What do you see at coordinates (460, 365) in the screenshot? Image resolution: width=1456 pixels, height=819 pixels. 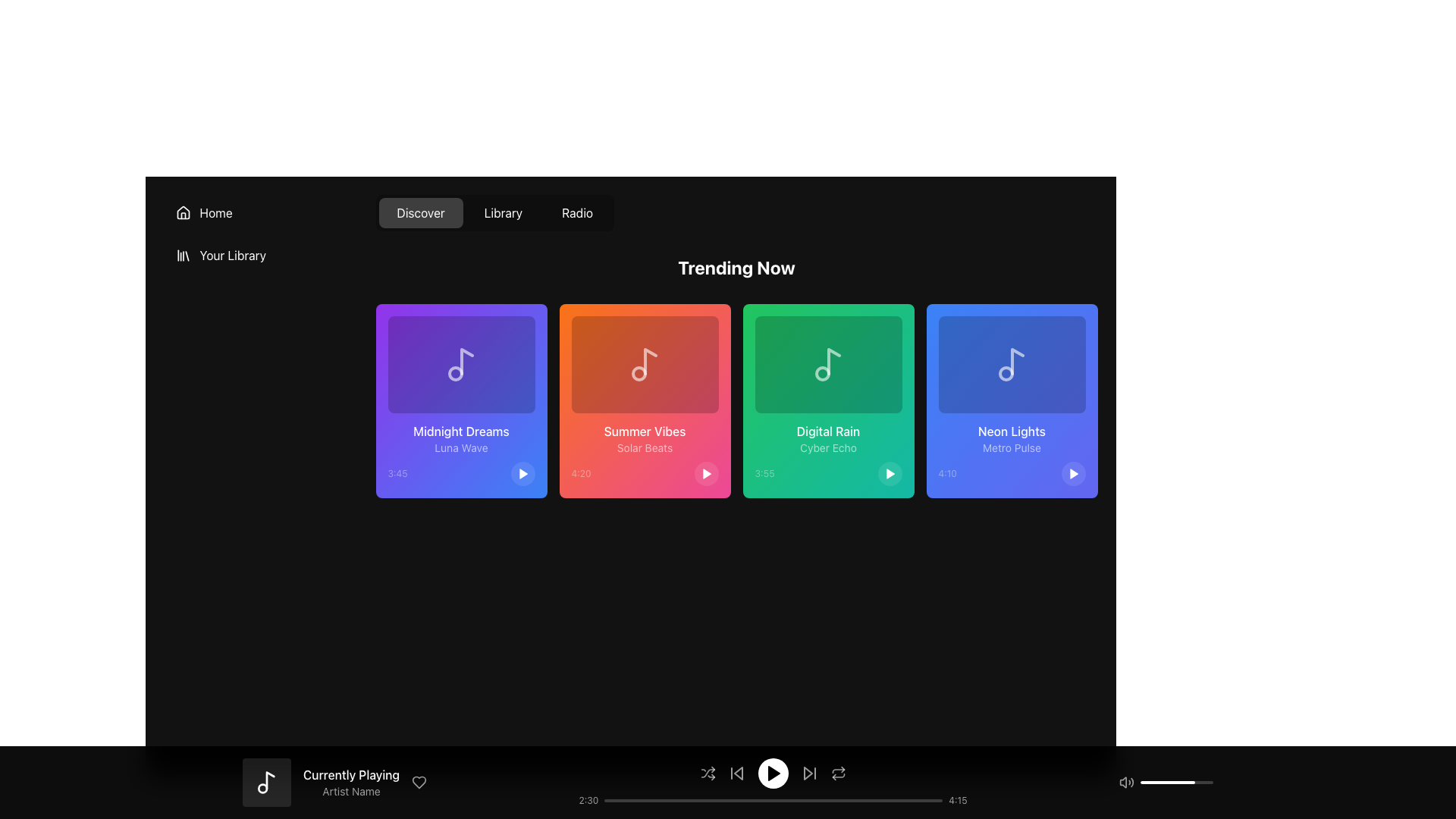 I see `the musical note icon located in the first card of the 'Trending Now' section, which has a purple gradient background and is associated with the audio content 'Midnight Dreams' and 'Luna Wave'` at bounding box center [460, 365].